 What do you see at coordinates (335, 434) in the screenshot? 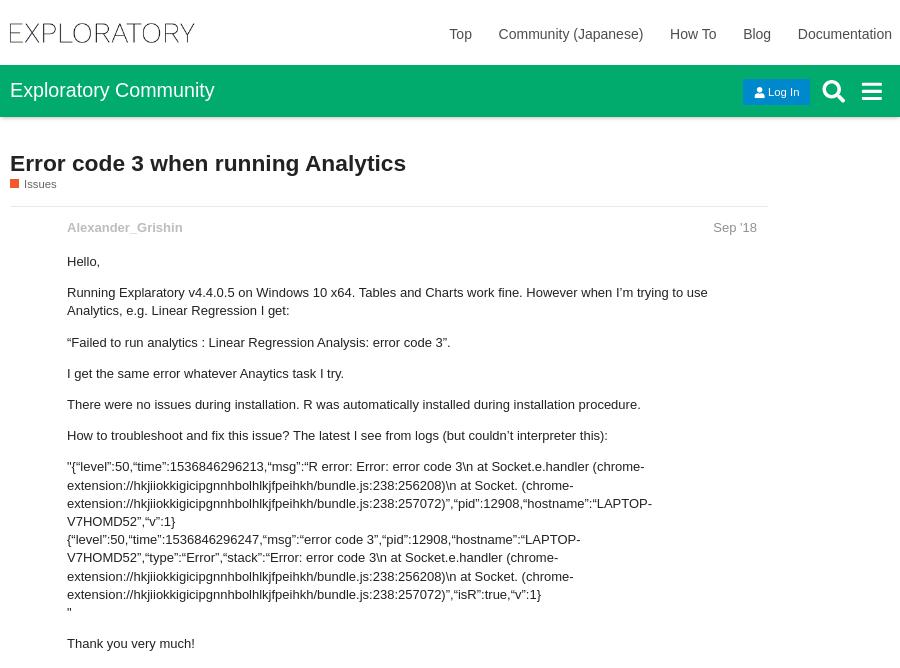
I see `'How to troubleshoot and fix this issue? The latest I see from logs (but couldn’t interpreter this):'` at bounding box center [335, 434].